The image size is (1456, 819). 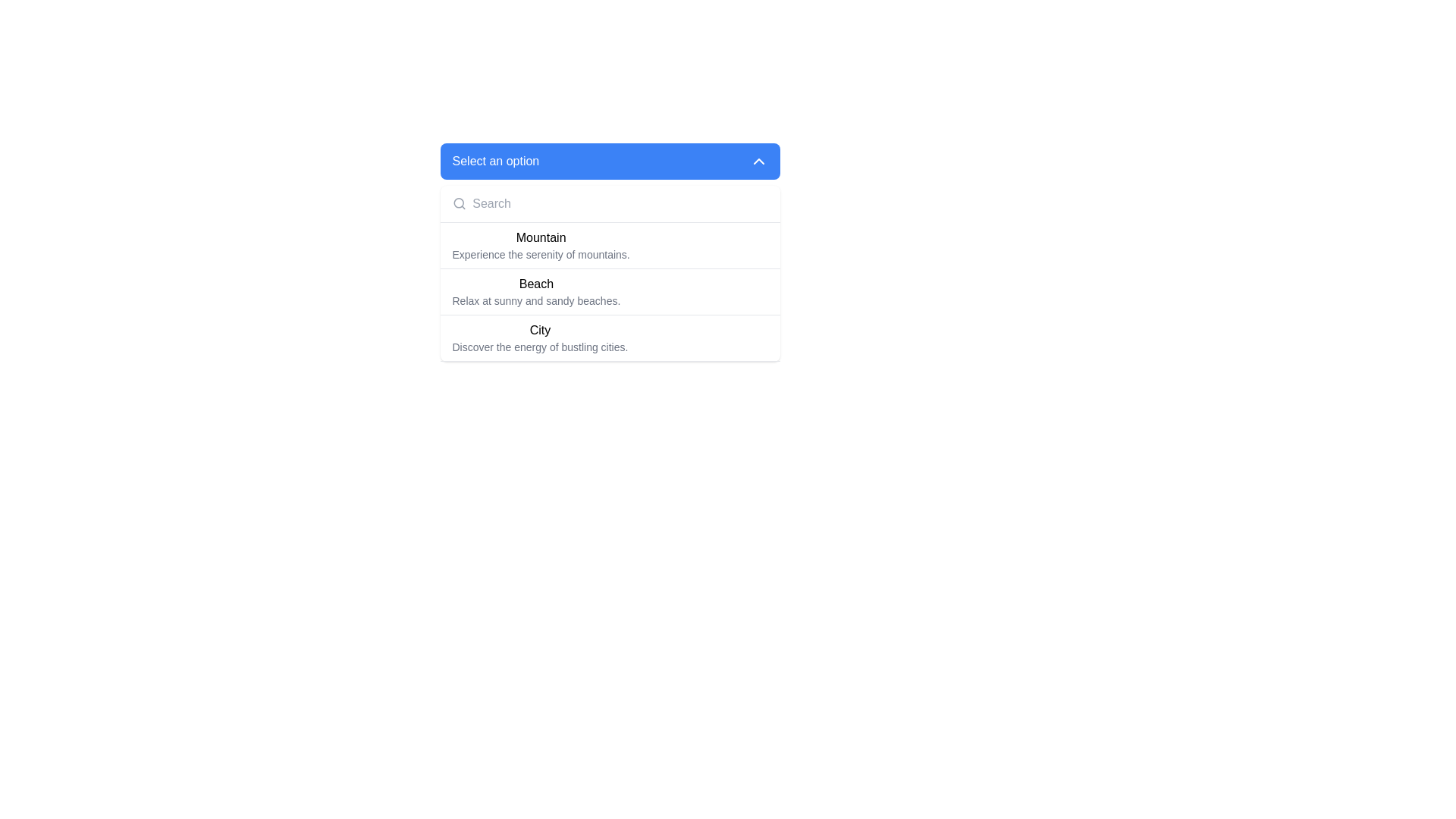 What do you see at coordinates (541, 253) in the screenshot?
I see `the text label that displays the phrase 'Experience the serenity of mountains.' located below the 'Mountain' header in the dropdown list` at bounding box center [541, 253].